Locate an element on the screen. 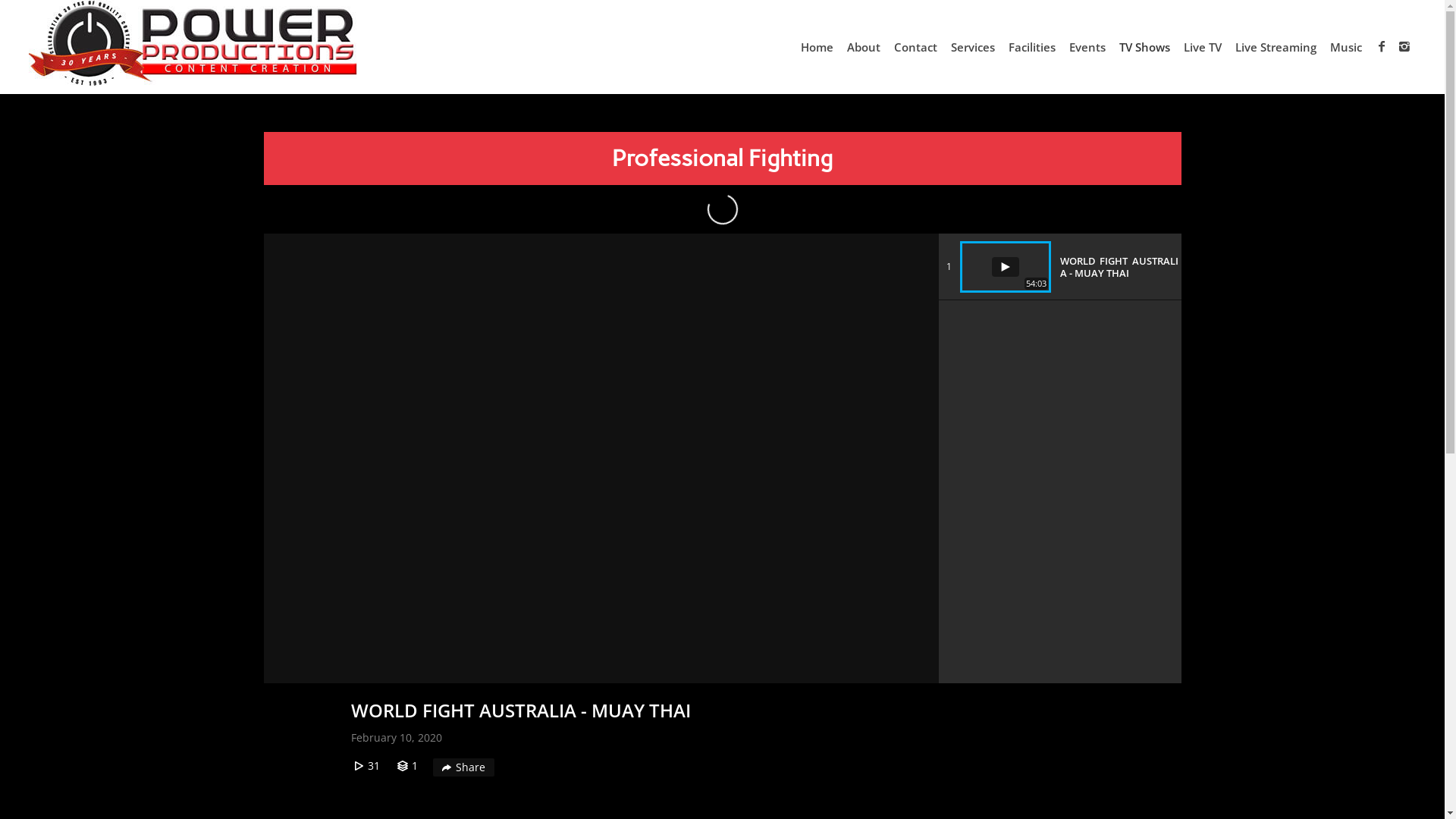 The height and width of the screenshot is (819, 1456). 'Instagram' is located at coordinates (1404, 45).